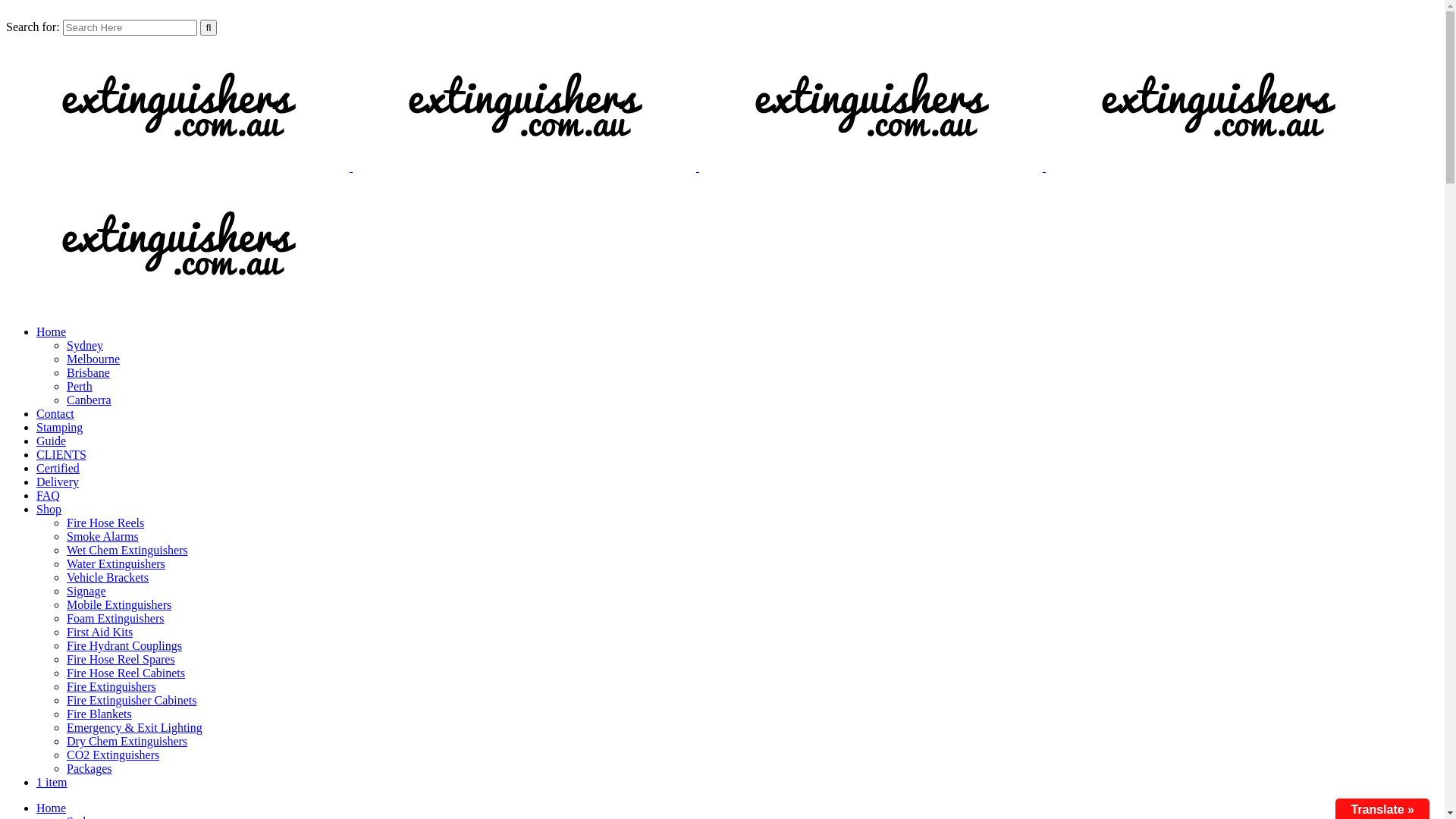 This screenshot has height=819, width=1456. What do you see at coordinates (49, 509) in the screenshot?
I see `'Shop'` at bounding box center [49, 509].